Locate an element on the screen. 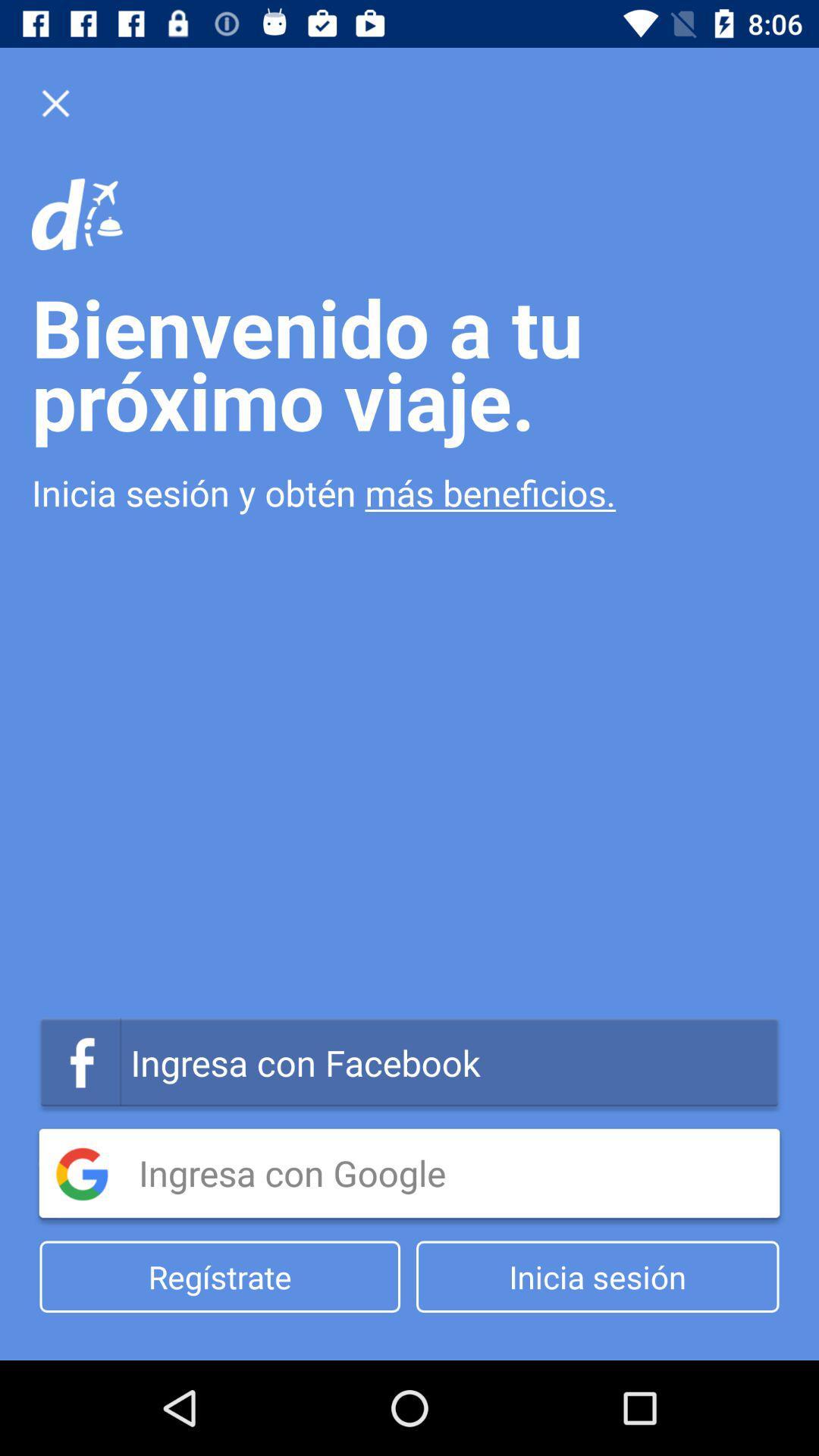  the item below the bienvenido a tu icon is located at coordinates (409, 492).